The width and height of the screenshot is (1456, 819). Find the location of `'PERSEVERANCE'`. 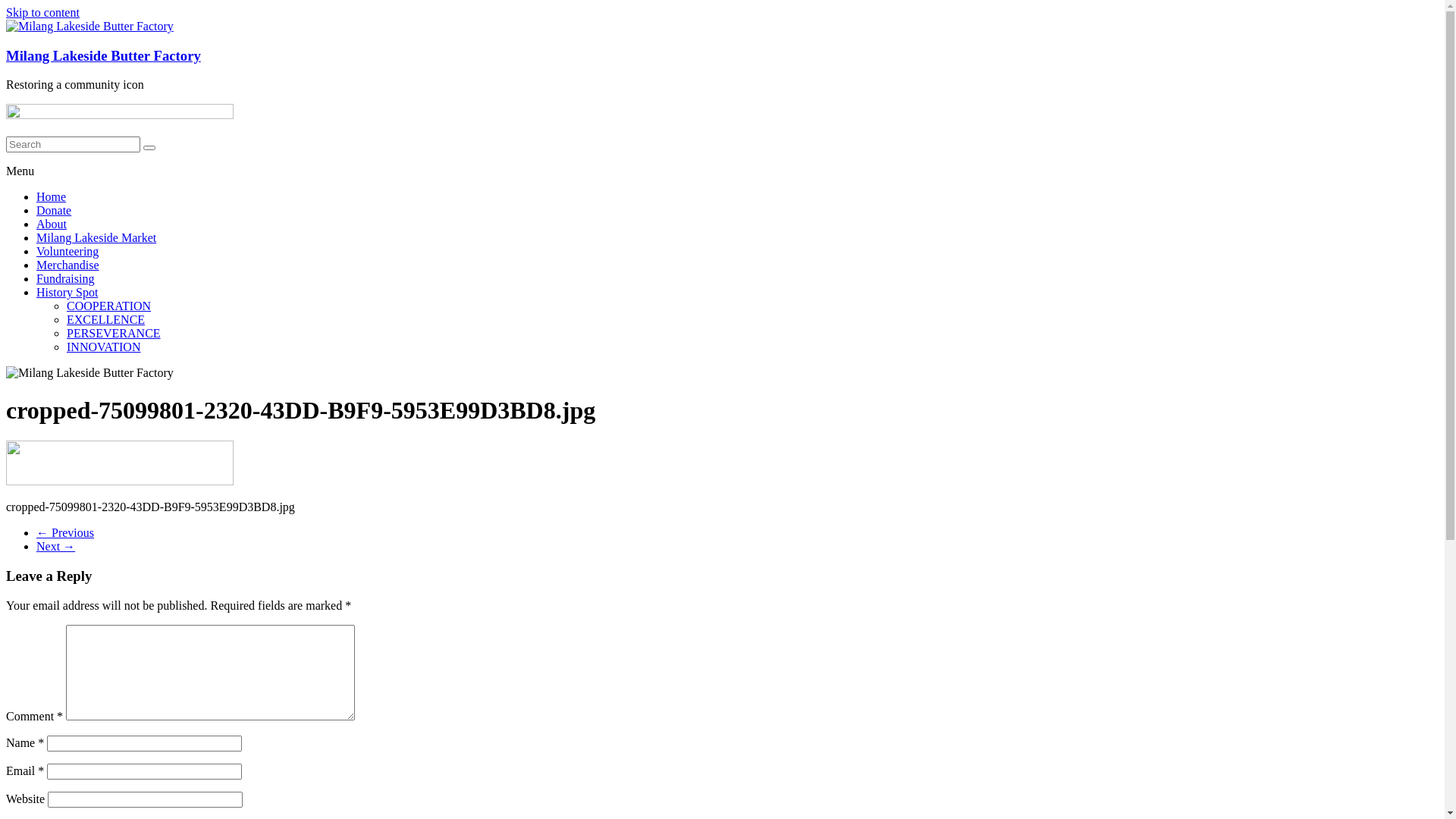

'PERSEVERANCE' is located at coordinates (112, 332).